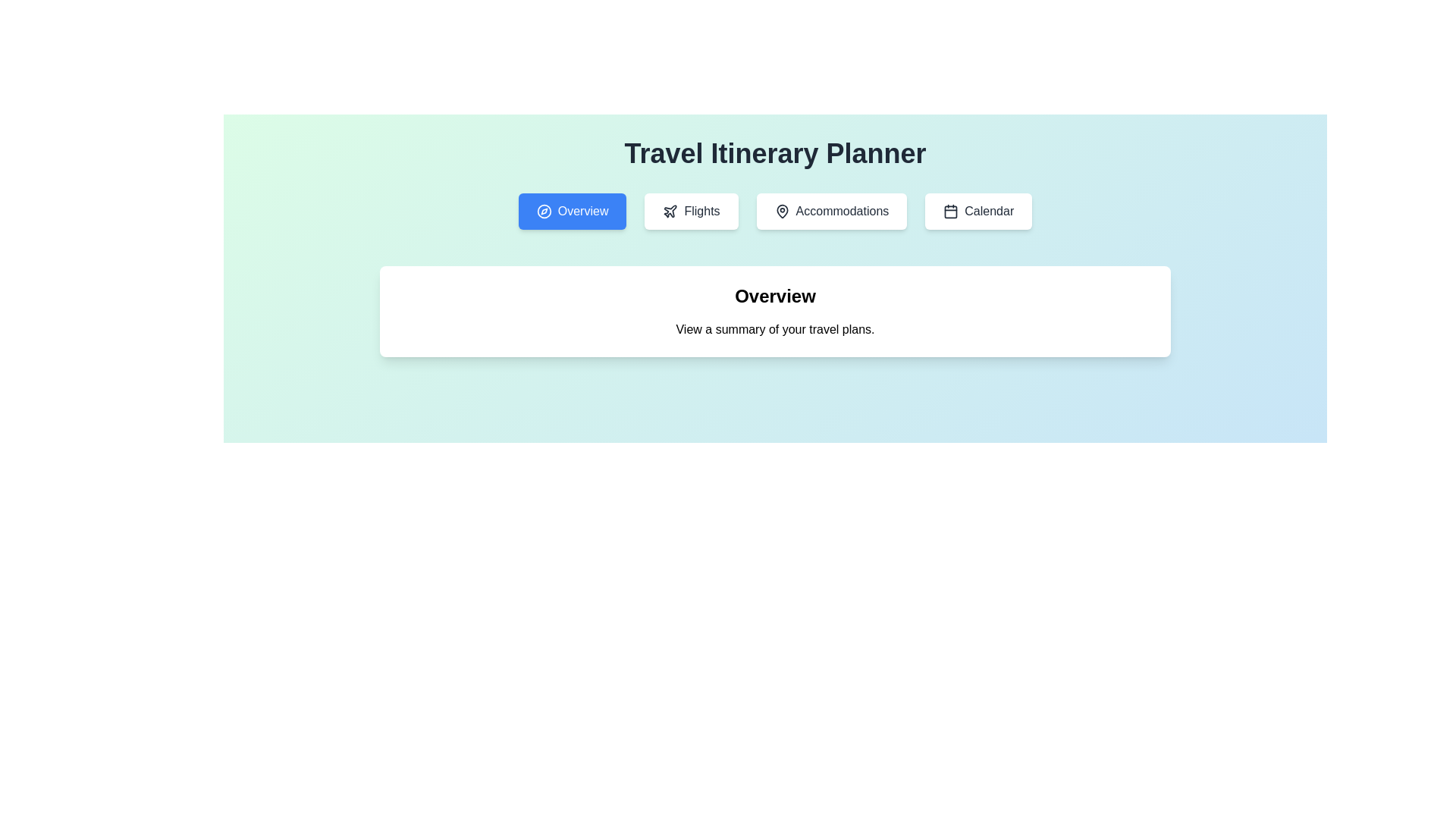 The image size is (1456, 819). What do you see at coordinates (782, 211) in the screenshot?
I see `the map pin icon located within the 'Accommodations' button in the horizontal navigation bar, which is the third button from the left` at bounding box center [782, 211].